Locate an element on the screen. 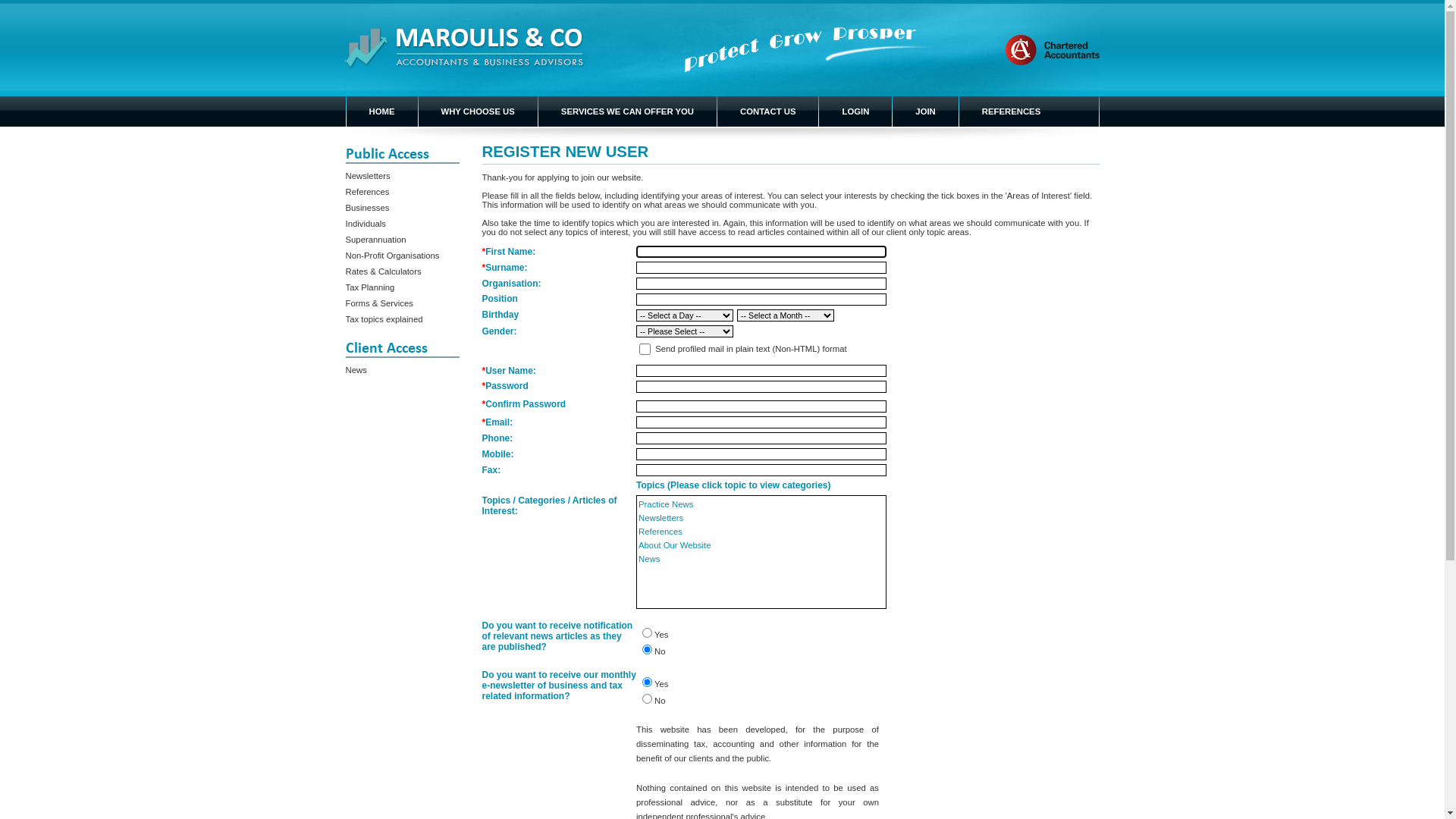  'LOGIN' is located at coordinates (855, 110).